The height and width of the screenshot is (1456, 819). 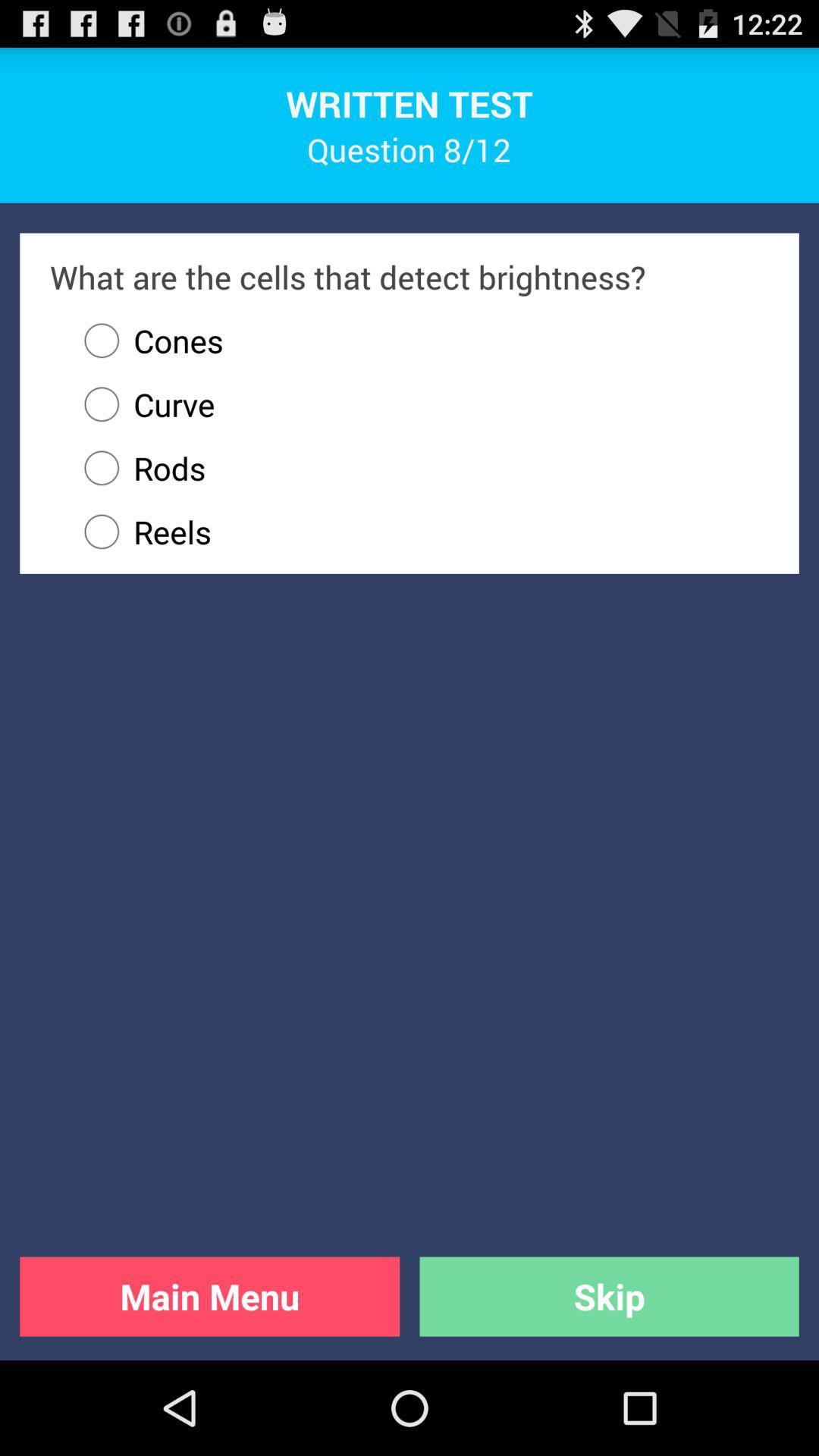 What do you see at coordinates (608, 1295) in the screenshot?
I see `the skip item` at bounding box center [608, 1295].